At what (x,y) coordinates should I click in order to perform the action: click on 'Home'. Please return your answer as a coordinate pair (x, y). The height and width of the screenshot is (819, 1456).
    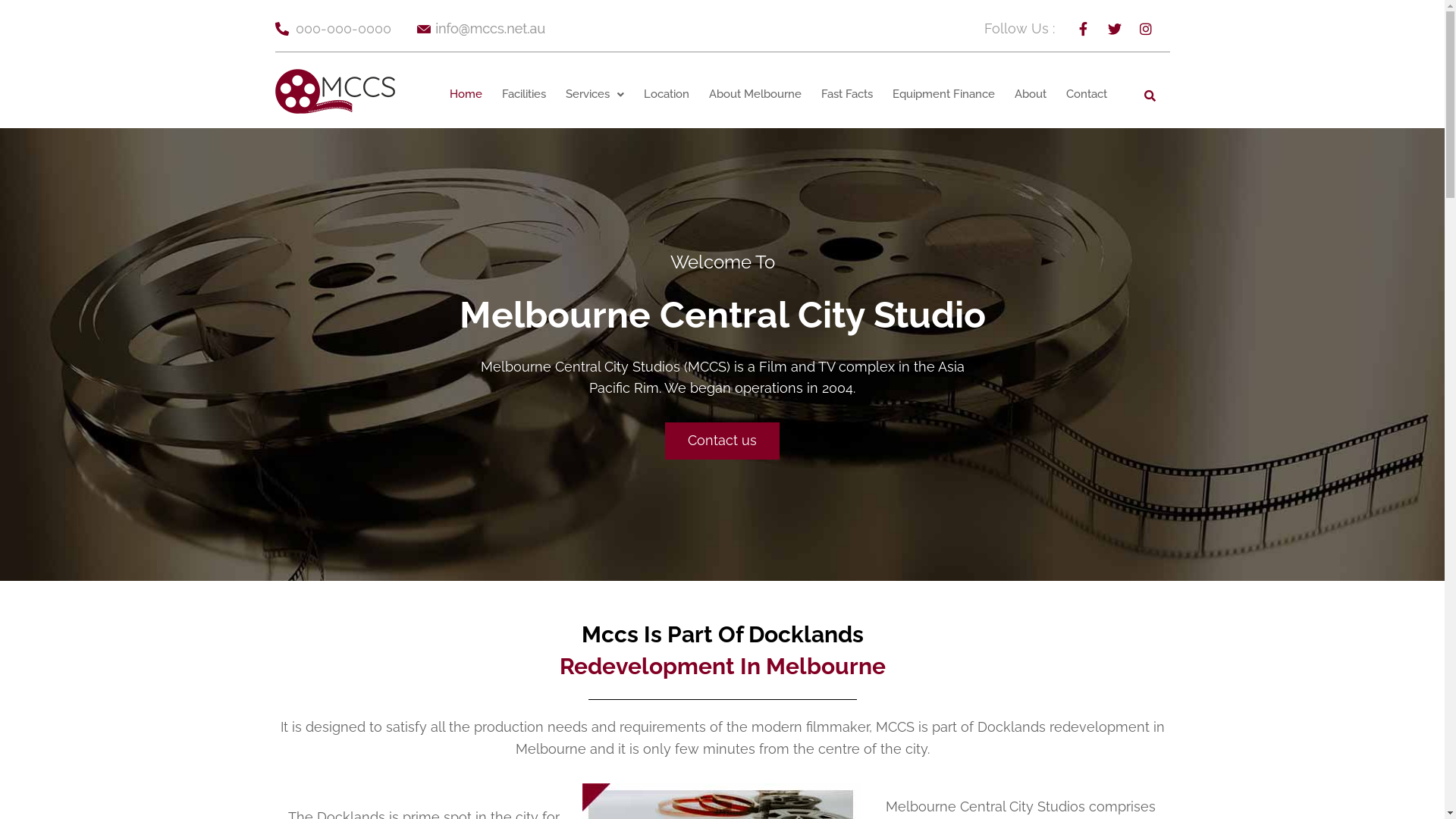
    Looking at the image, I should click on (465, 94).